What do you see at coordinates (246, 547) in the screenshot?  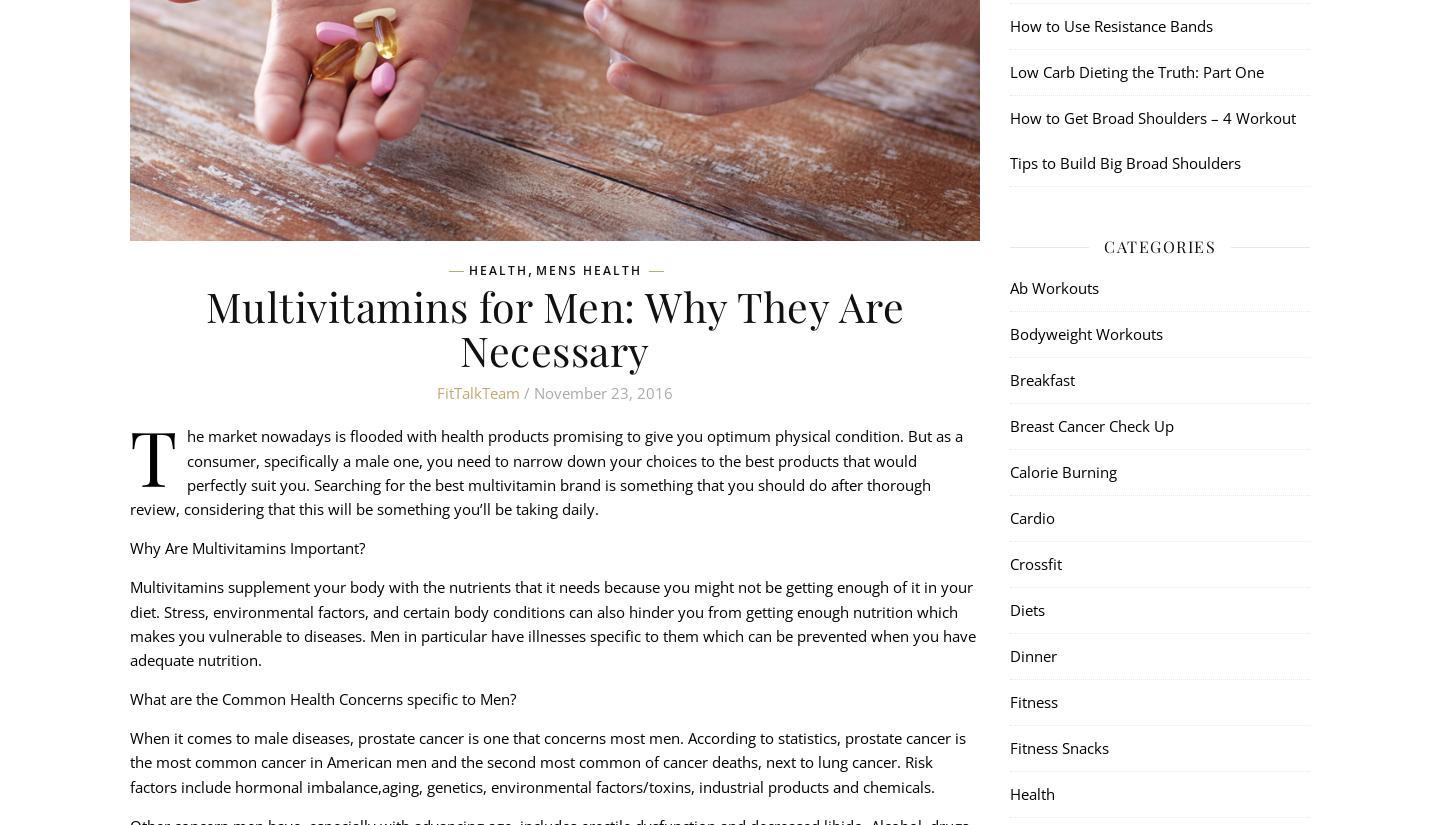 I see `'Why Are Multivitamins Important?'` at bounding box center [246, 547].